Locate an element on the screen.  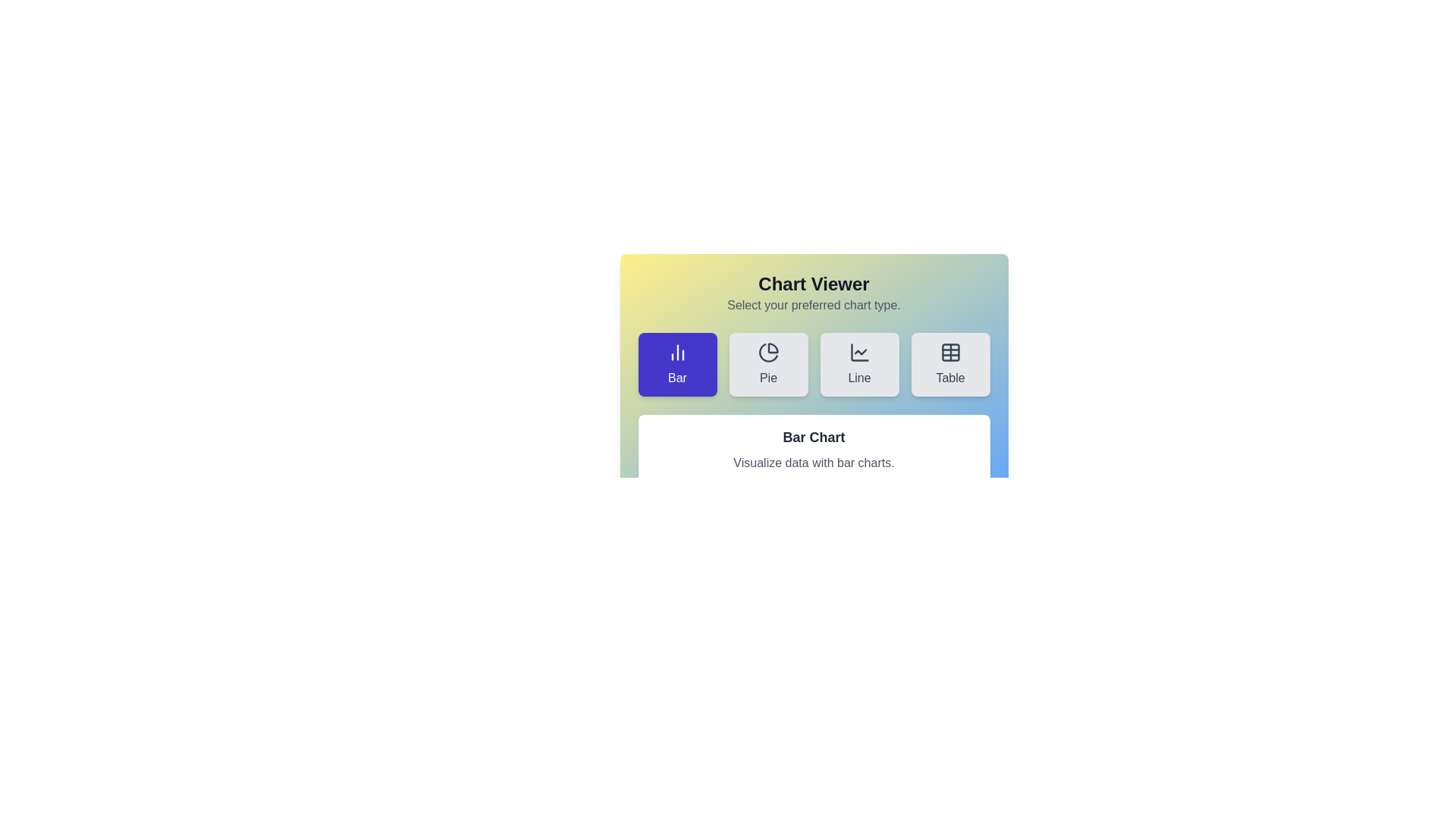
the leftmost button that selects the 'Bar Chart' visualization type located at the top of the grid section is located at coordinates (676, 365).